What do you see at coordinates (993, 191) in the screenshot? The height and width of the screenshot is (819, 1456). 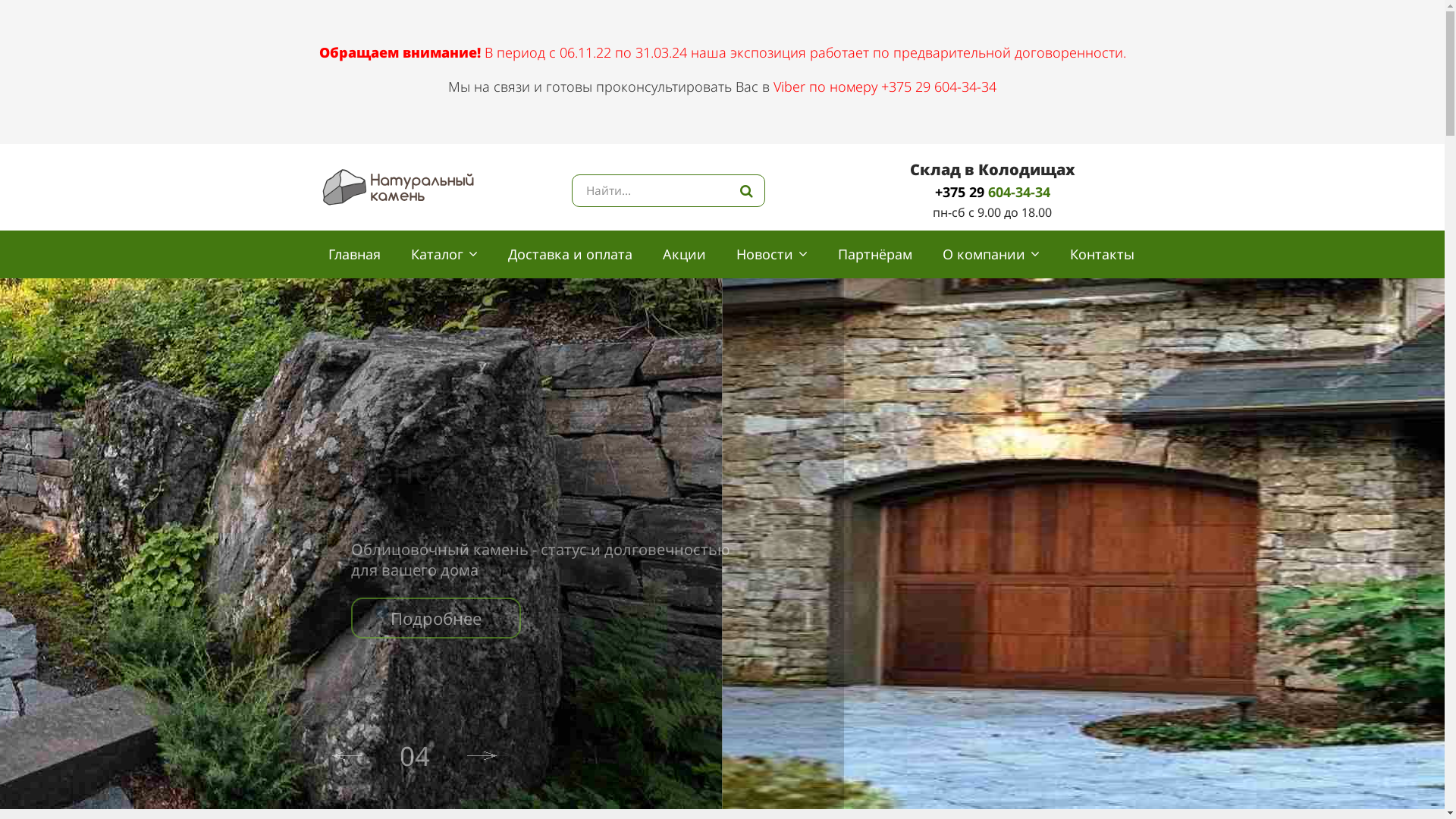 I see `'+375 29 604-34-34'` at bounding box center [993, 191].